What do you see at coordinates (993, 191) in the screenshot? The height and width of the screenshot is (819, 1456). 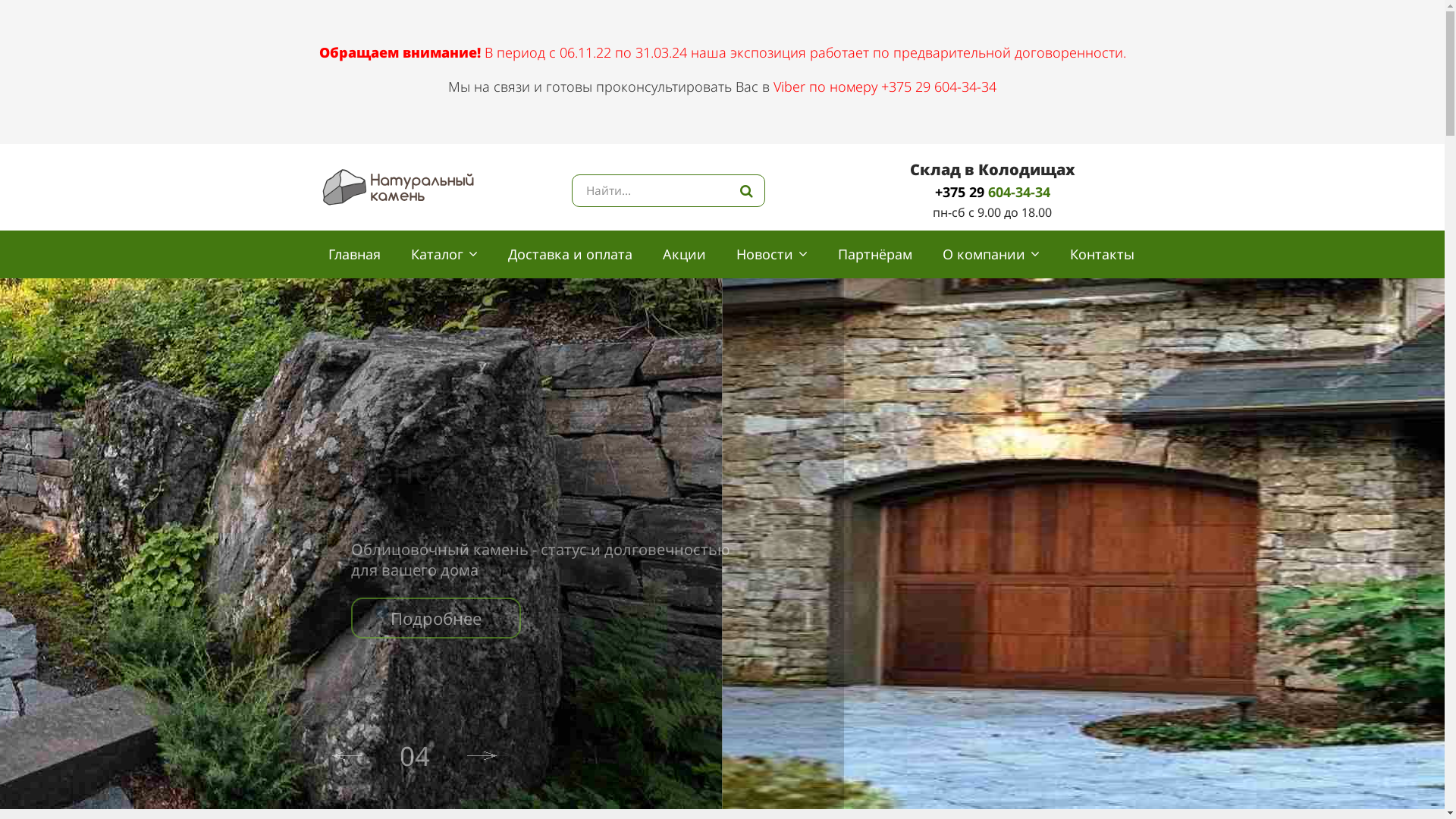 I see `'+375 29 604-34-34'` at bounding box center [993, 191].